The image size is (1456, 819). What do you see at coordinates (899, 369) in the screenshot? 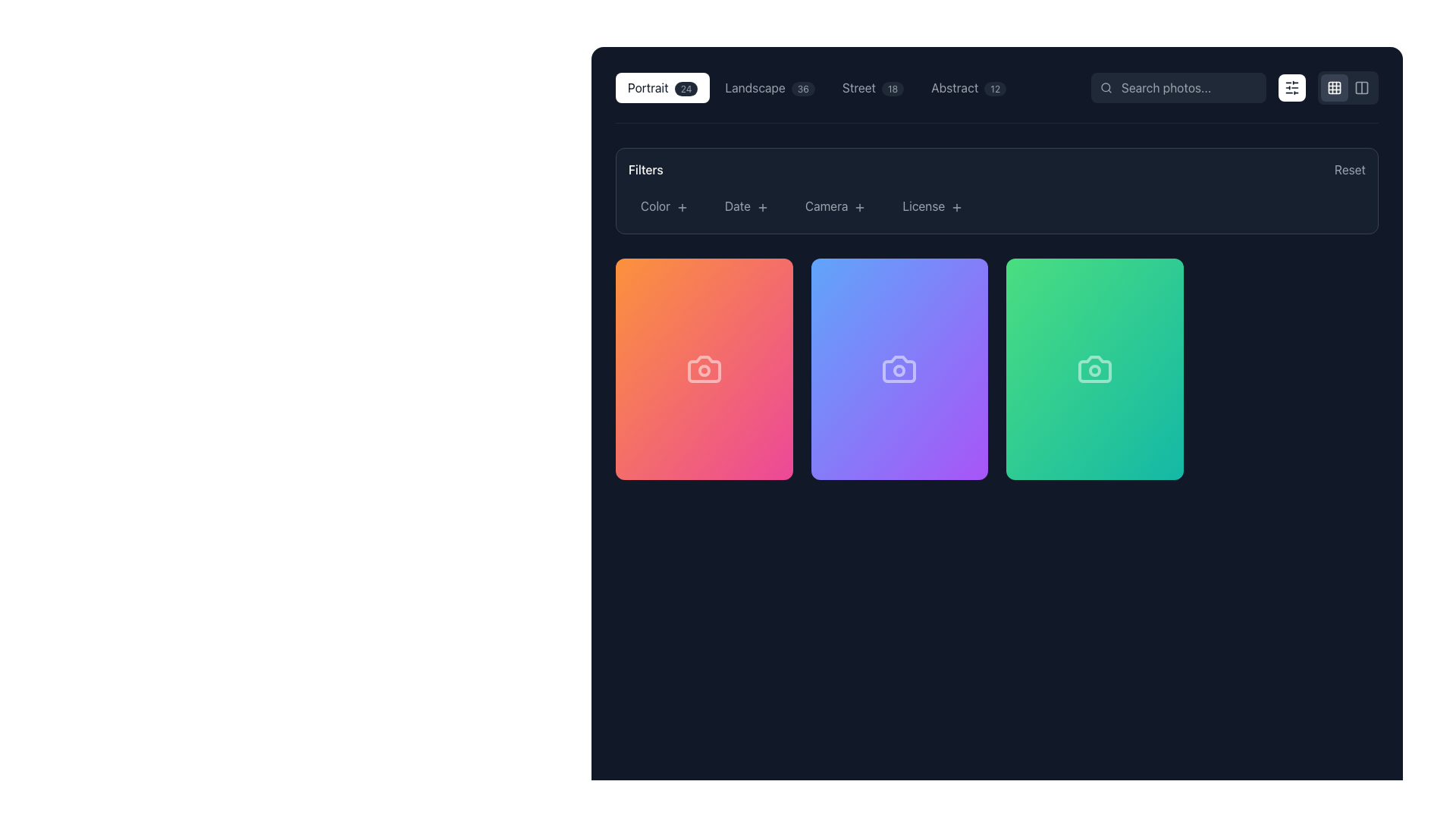
I see `the decorative camera-shaped icon, which is styled in translucent white on a purple rectangular card, located at the center of the second card in a row of three horizontally aligned cards` at bounding box center [899, 369].